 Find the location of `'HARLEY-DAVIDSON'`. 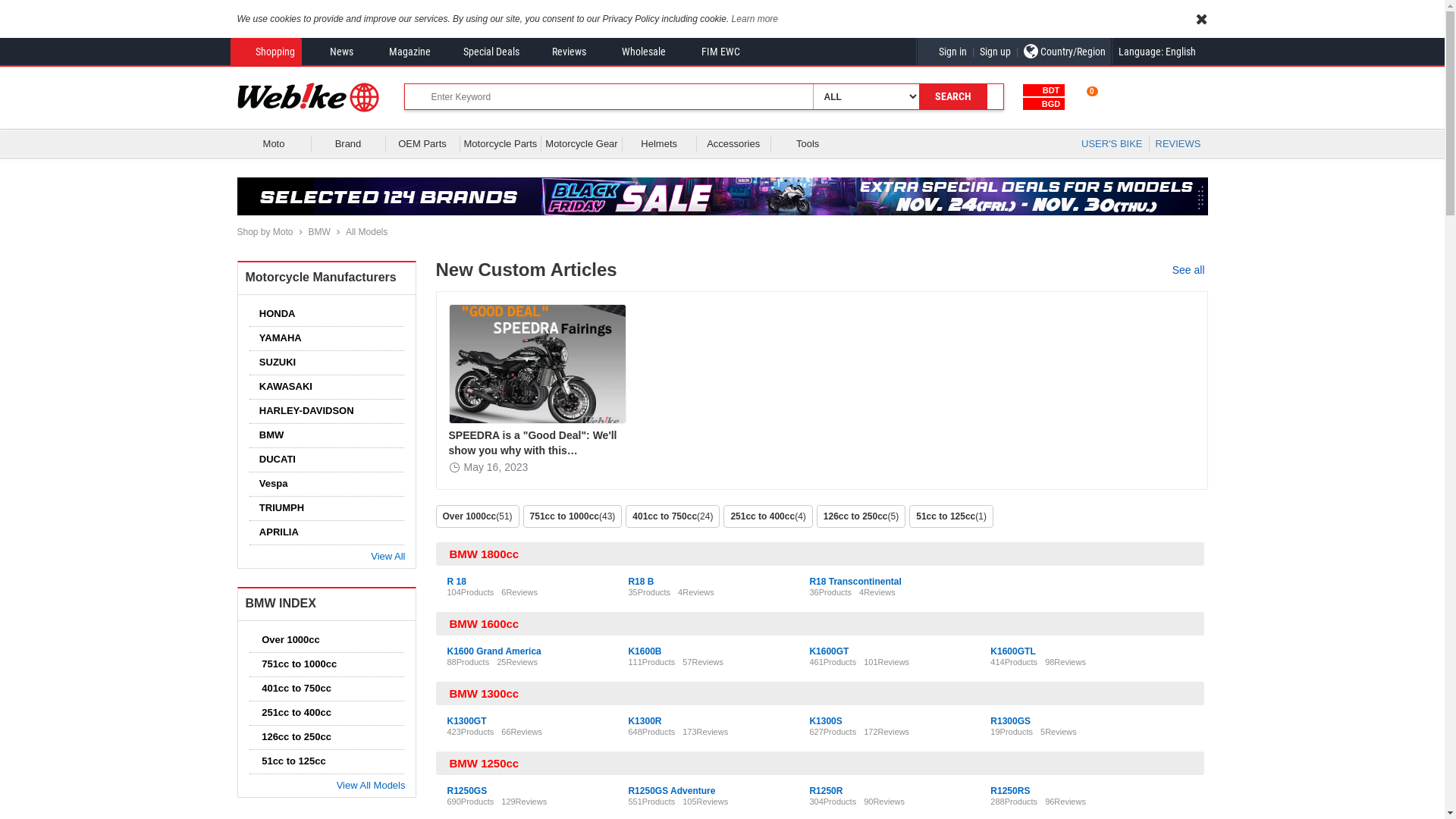

'HARLEY-DAVIDSON' is located at coordinates (303, 410).